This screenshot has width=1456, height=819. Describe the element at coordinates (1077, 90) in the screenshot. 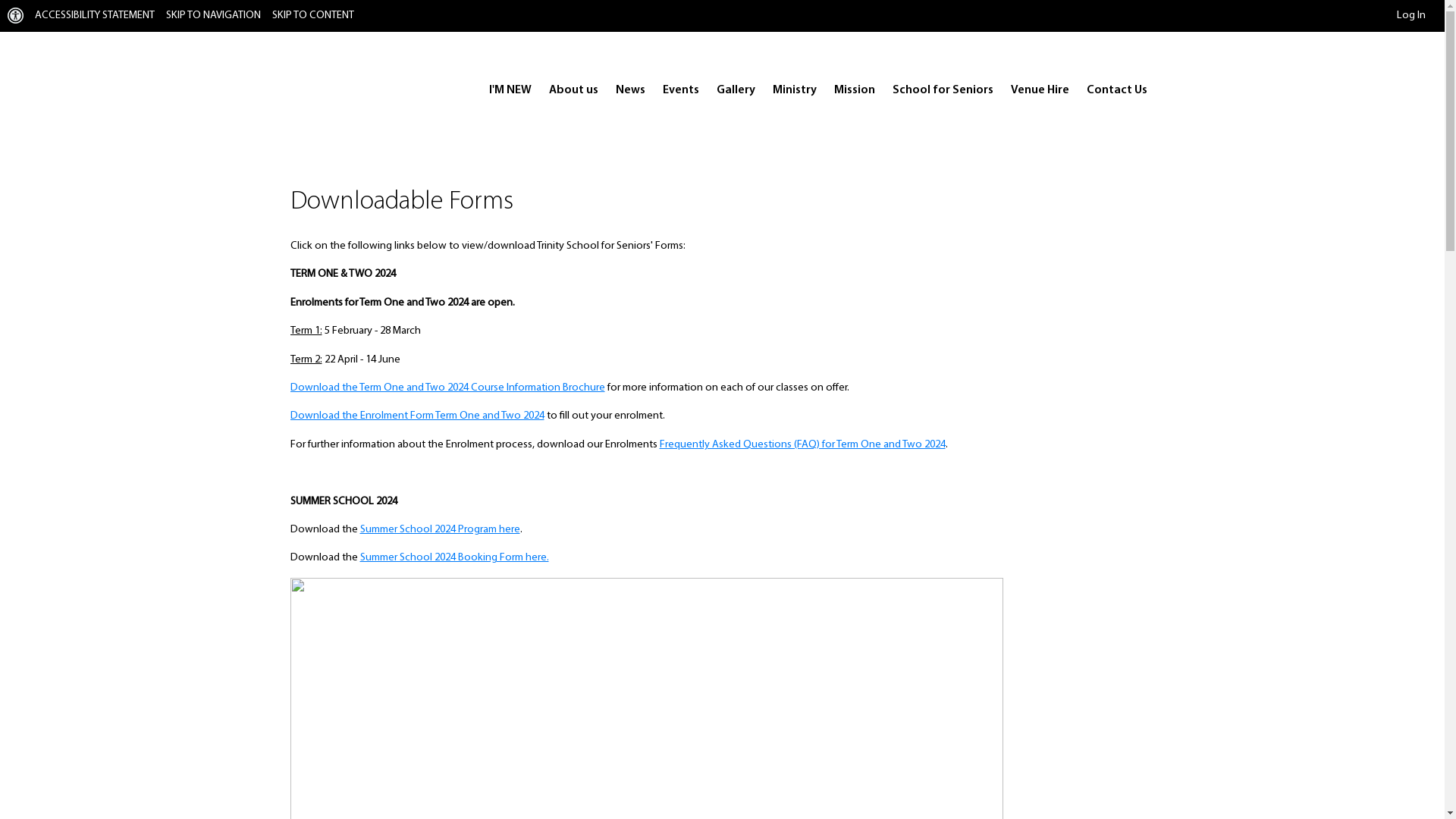

I see `'Contact Us'` at that location.